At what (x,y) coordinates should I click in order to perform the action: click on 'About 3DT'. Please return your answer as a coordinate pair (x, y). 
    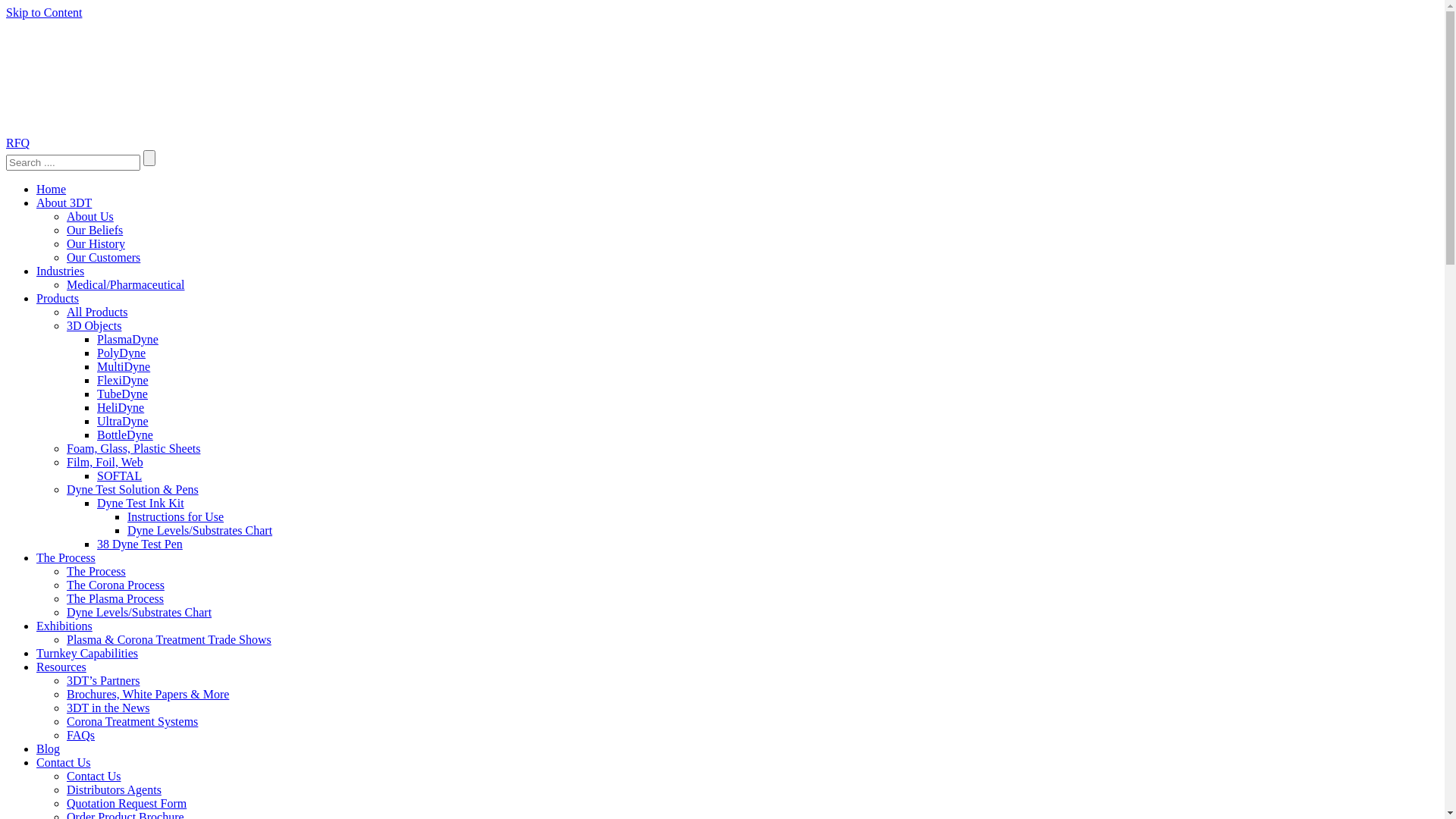
    Looking at the image, I should click on (63, 202).